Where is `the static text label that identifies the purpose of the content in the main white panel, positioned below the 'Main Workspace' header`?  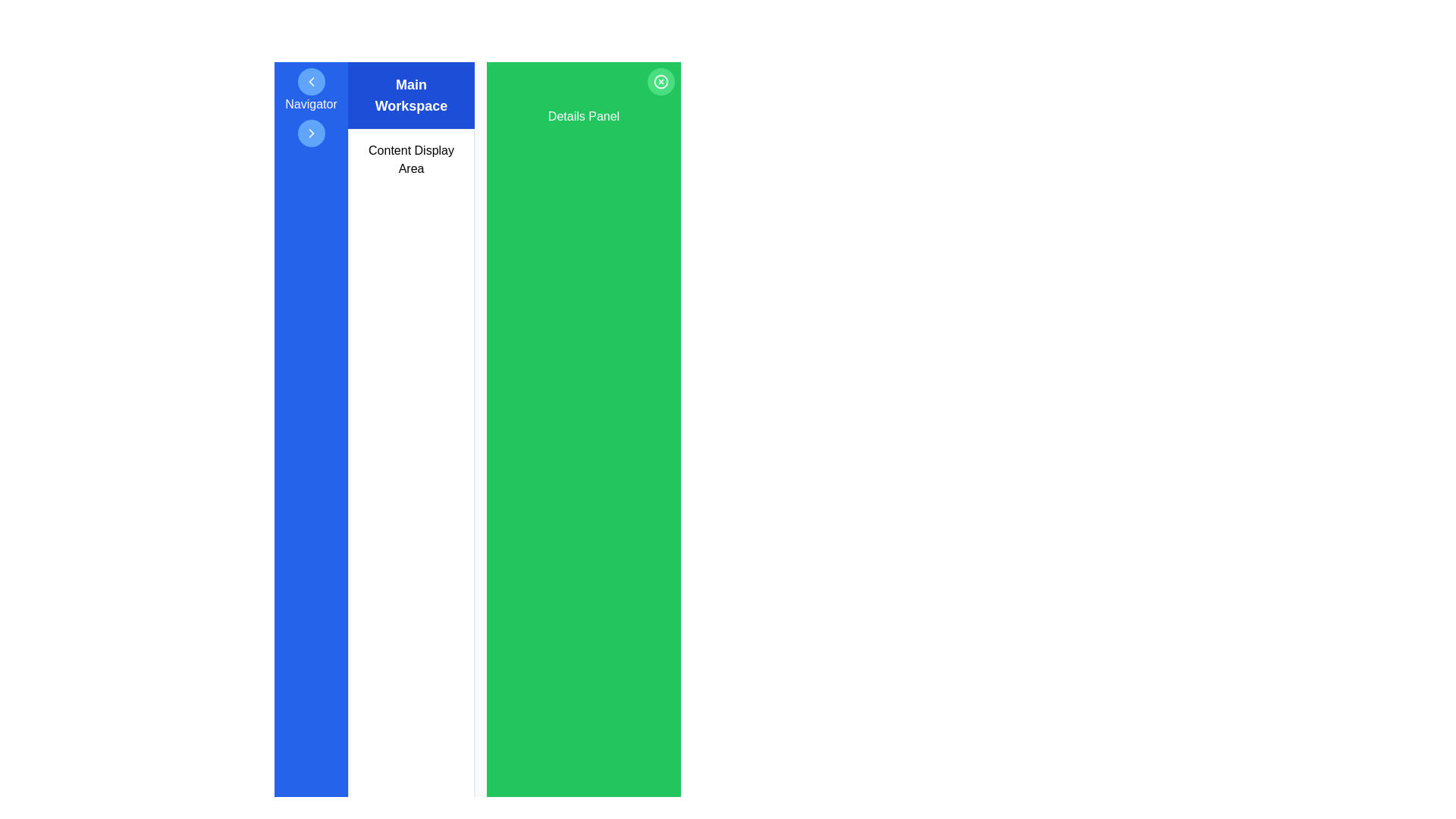
the static text label that identifies the purpose of the content in the main white panel, positioned below the 'Main Workspace' header is located at coordinates (411, 160).